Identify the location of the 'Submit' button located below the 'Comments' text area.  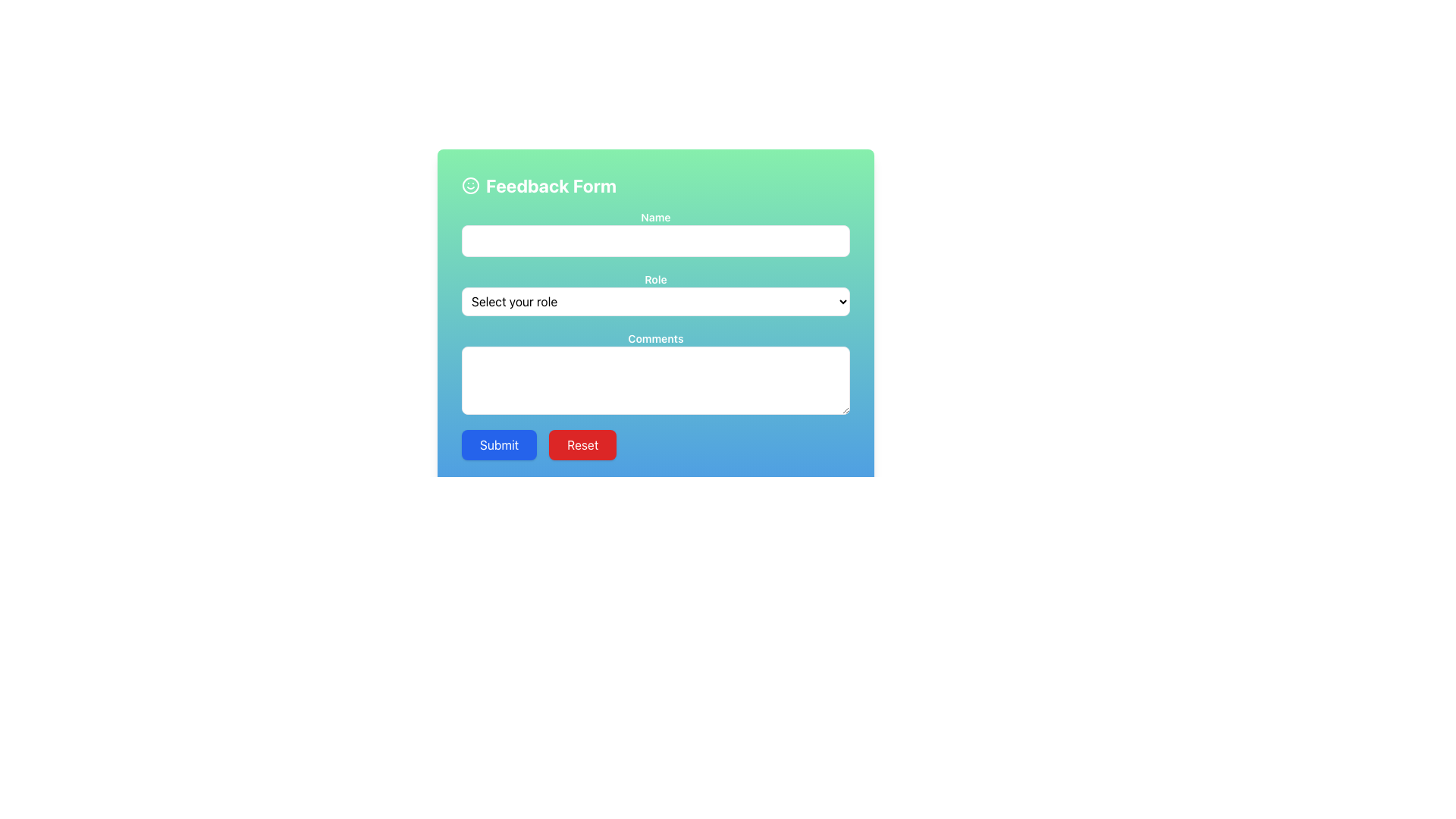
(499, 444).